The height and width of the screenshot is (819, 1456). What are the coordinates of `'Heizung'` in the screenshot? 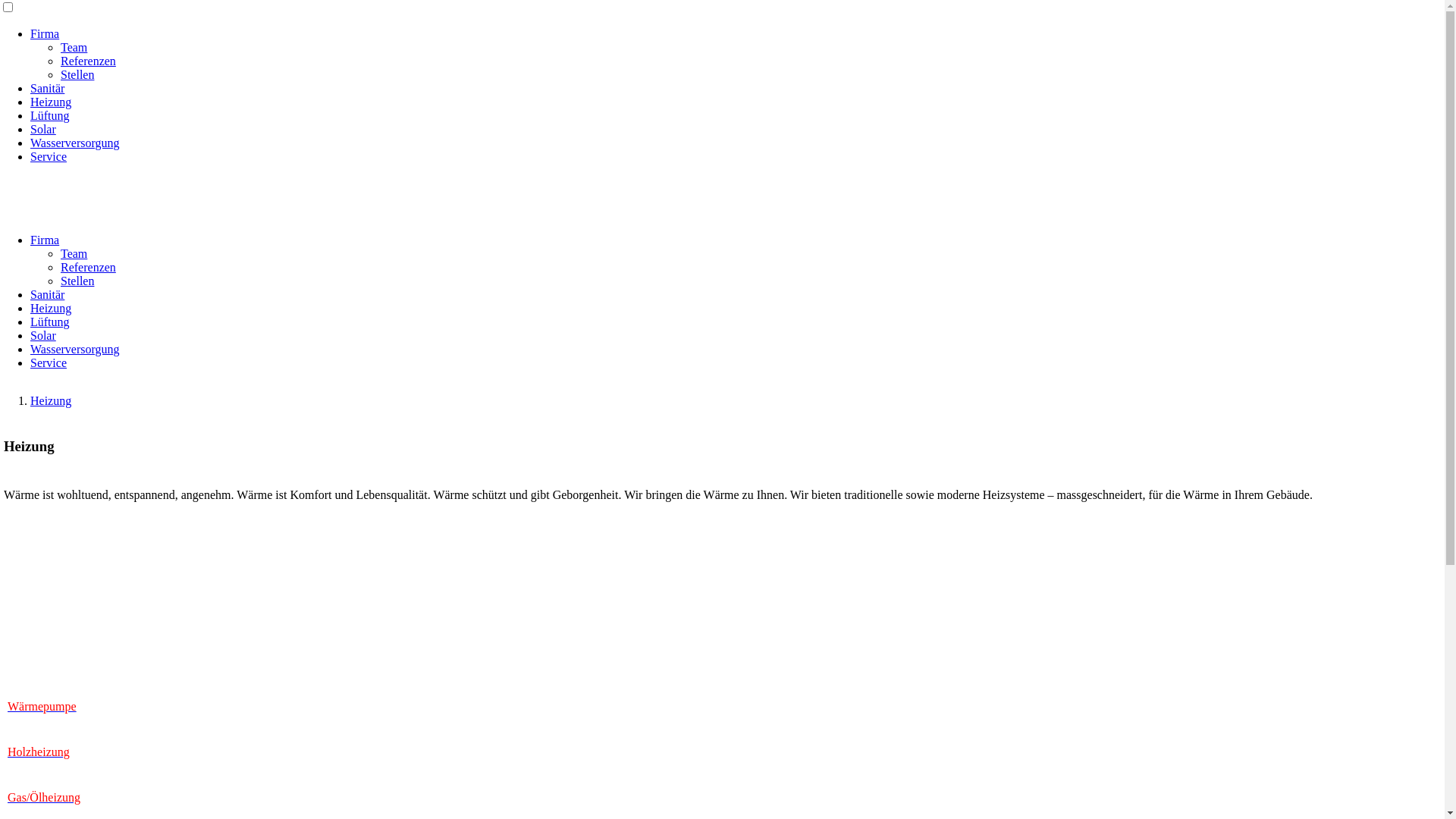 It's located at (51, 307).